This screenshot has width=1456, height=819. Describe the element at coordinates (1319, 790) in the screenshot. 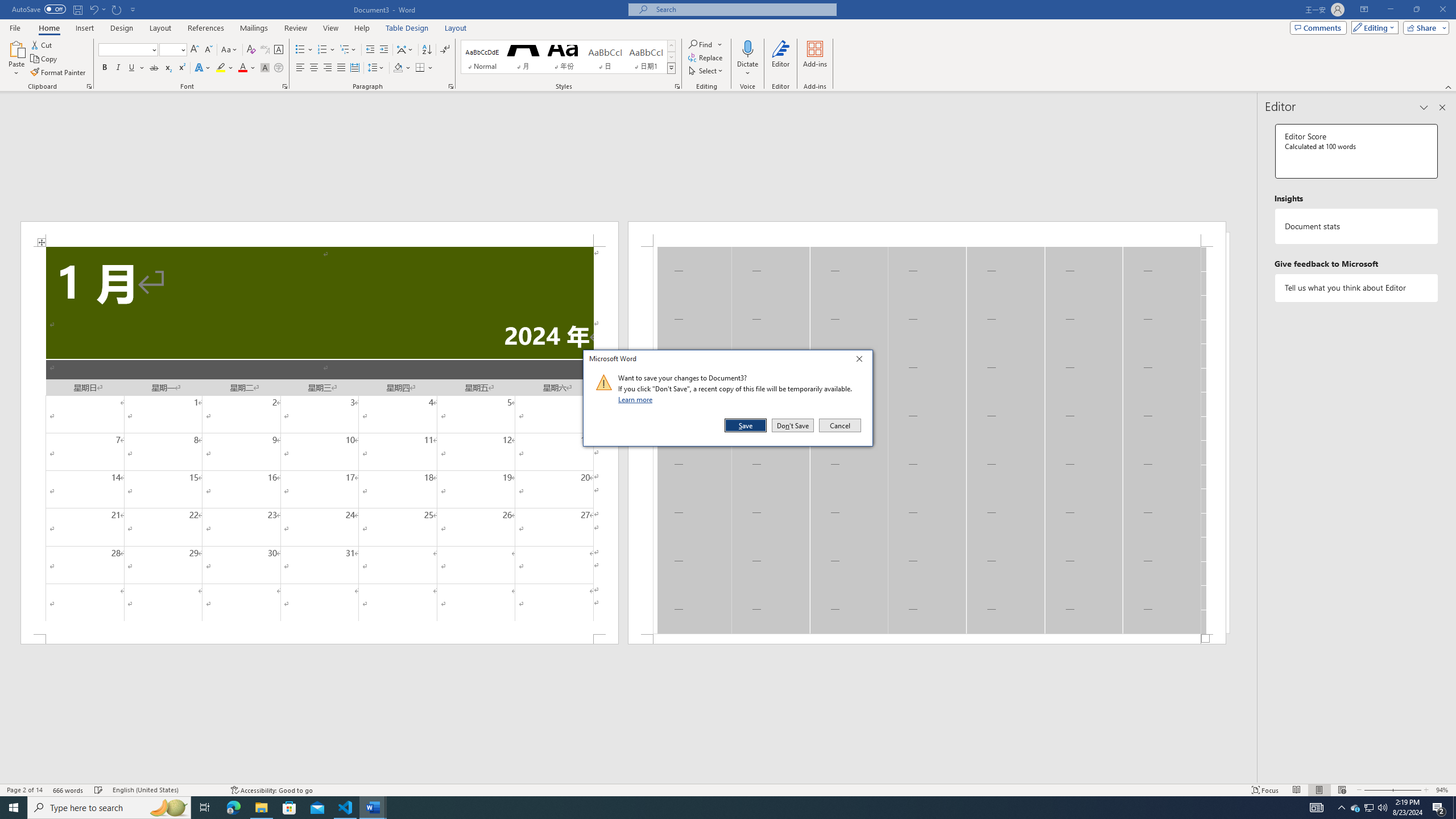

I see `'Print Layout'` at that location.